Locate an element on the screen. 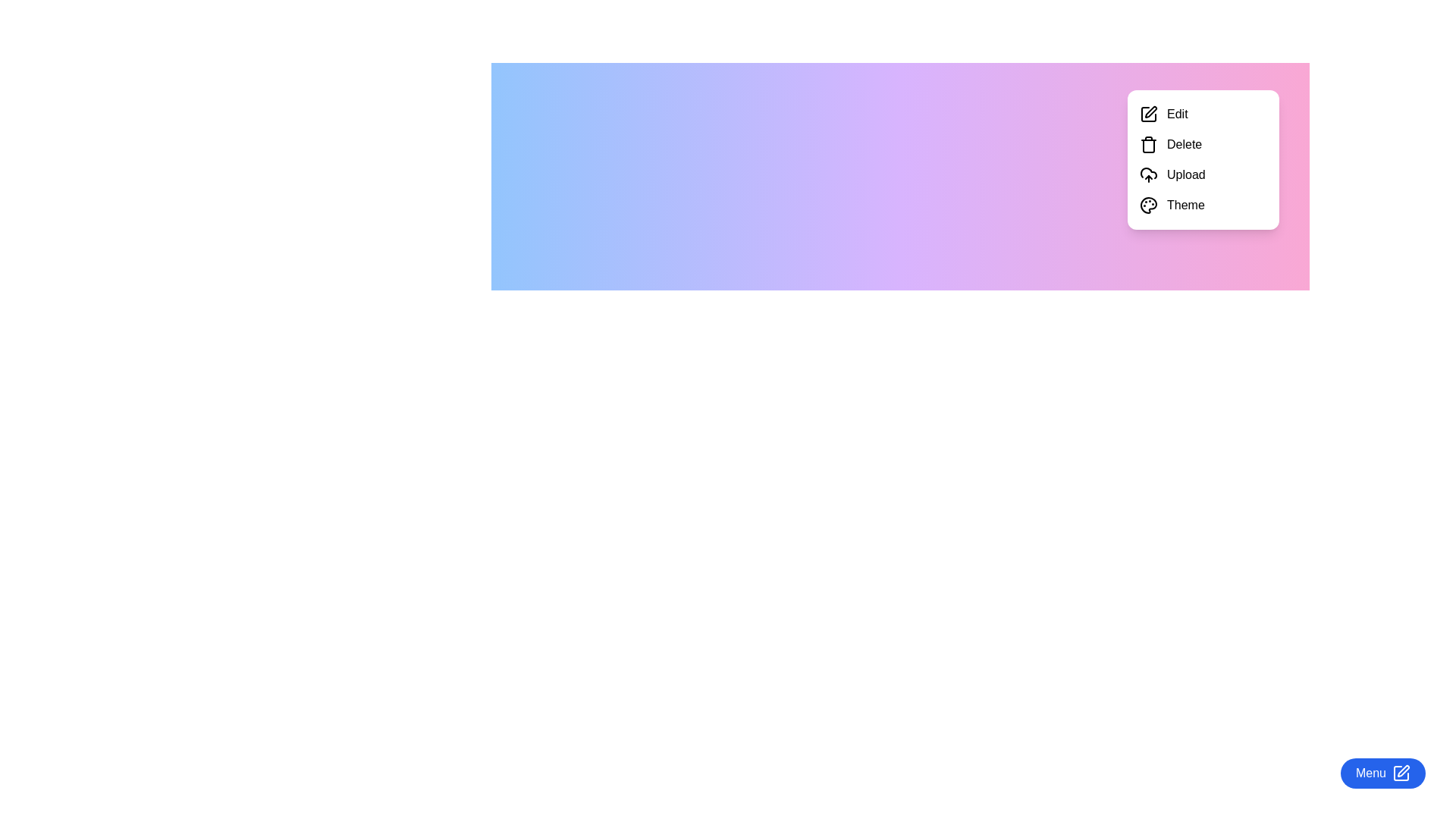 The width and height of the screenshot is (1456, 819). the Edit menu option is located at coordinates (1203, 113).